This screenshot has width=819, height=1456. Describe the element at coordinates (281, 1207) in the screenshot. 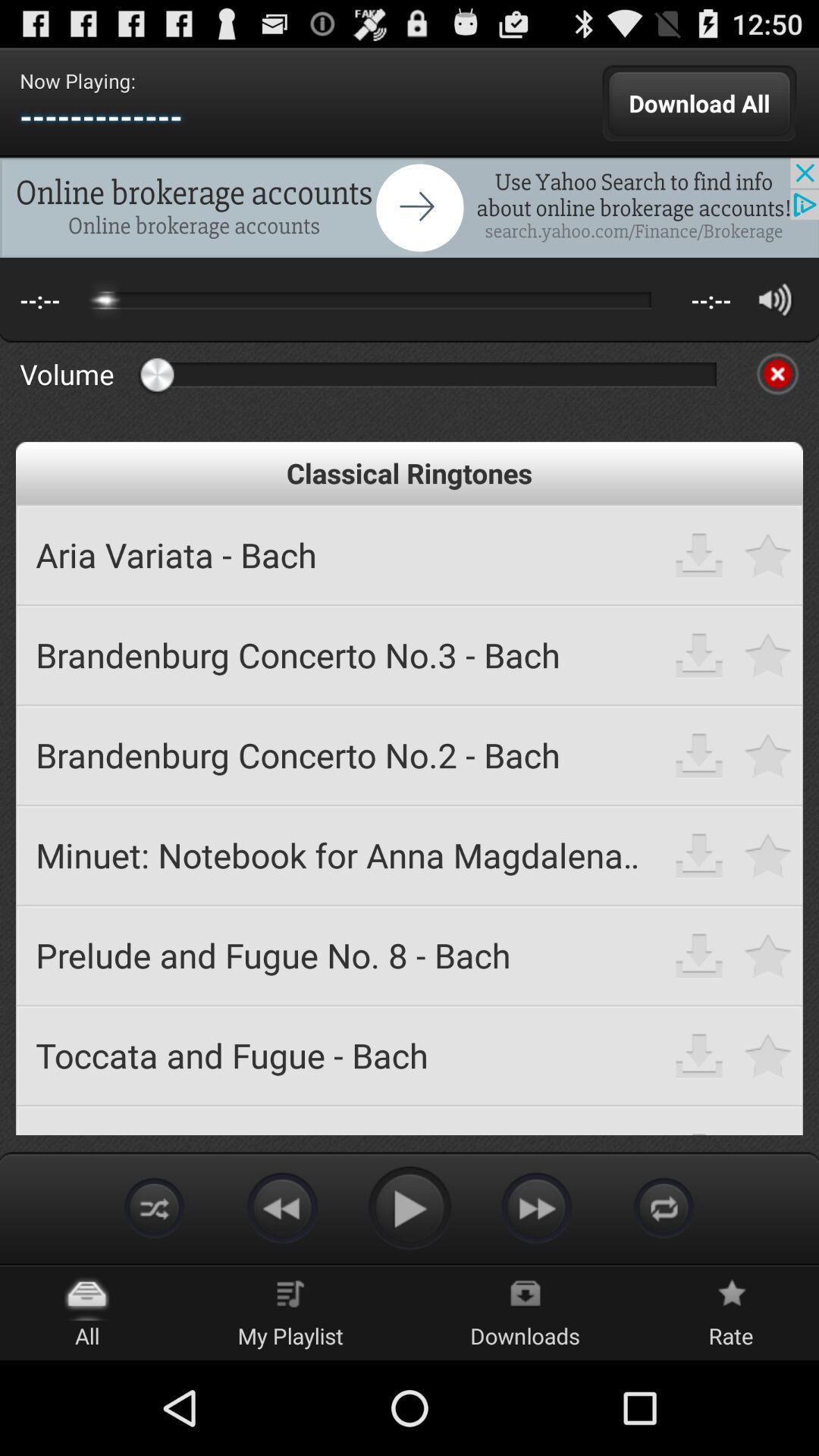

I see `rewind to last track` at that location.